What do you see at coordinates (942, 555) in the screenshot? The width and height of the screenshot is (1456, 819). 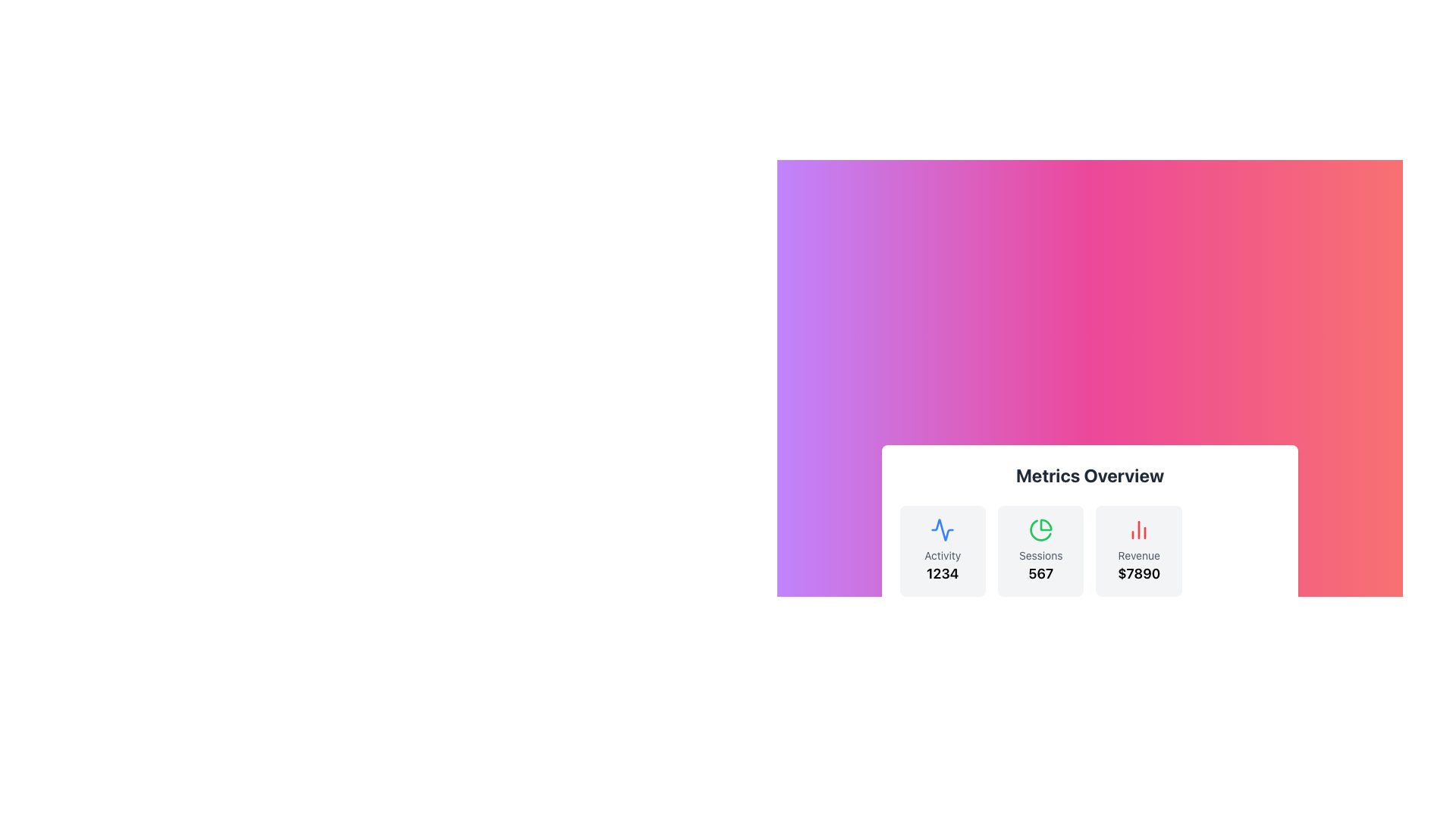 I see `the text label that describes the numerical value '1234', which is positioned within a card UI component, located below a blue wave icon and above the text '1234'` at bounding box center [942, 555].